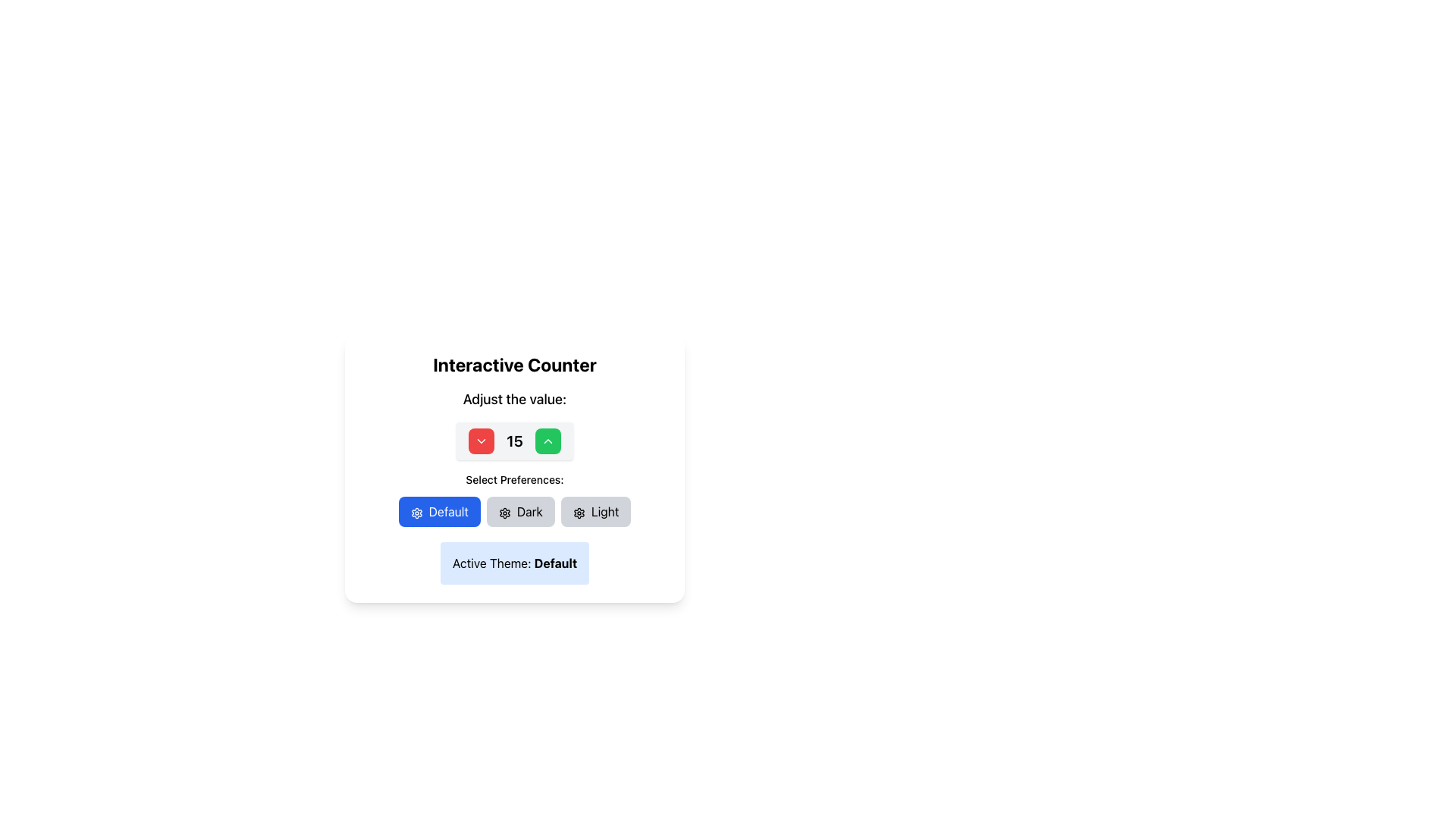 Image resolution: width=1456 pixels, height=819 pixels. What do you see at coordinates (595, 512) in the screenshot?
I see `the button labeled 'Light' with a gear icon` at bounding box center [595, 512].